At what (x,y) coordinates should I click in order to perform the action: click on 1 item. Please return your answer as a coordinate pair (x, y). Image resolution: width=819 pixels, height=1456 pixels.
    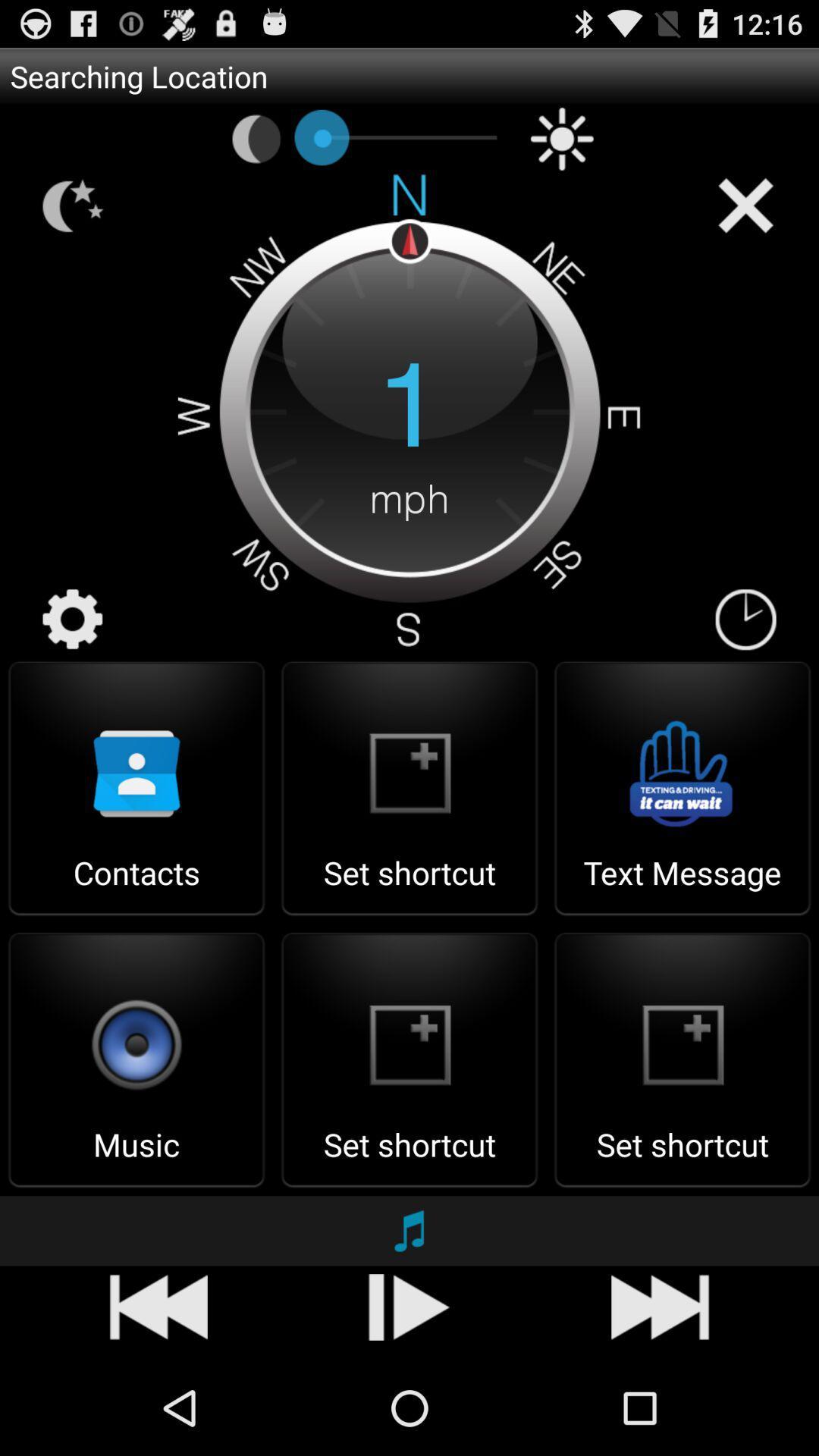
    Looking at the image, I should click on (409, 408).